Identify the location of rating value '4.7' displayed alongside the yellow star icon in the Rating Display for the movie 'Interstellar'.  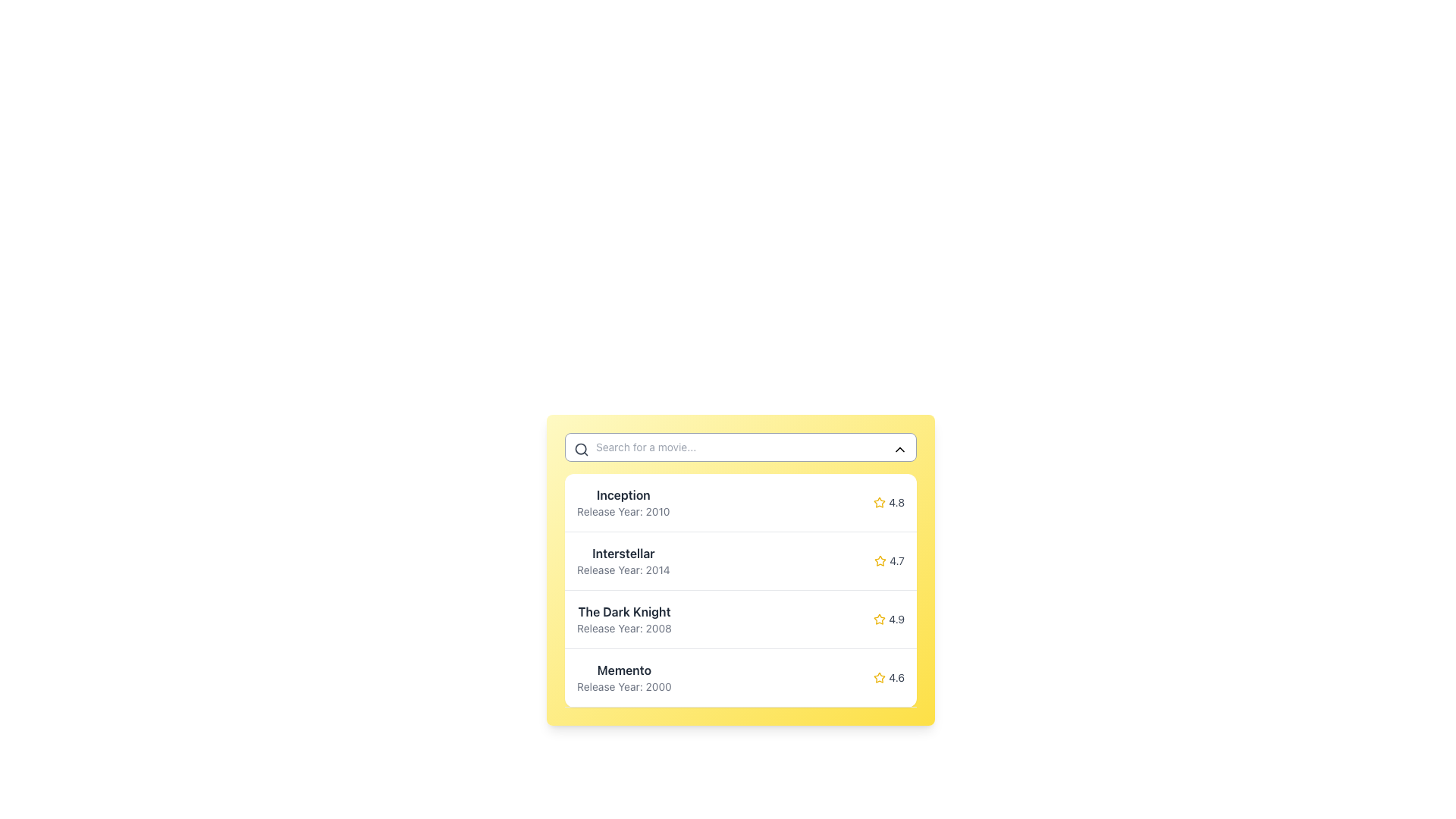
(890, 561).